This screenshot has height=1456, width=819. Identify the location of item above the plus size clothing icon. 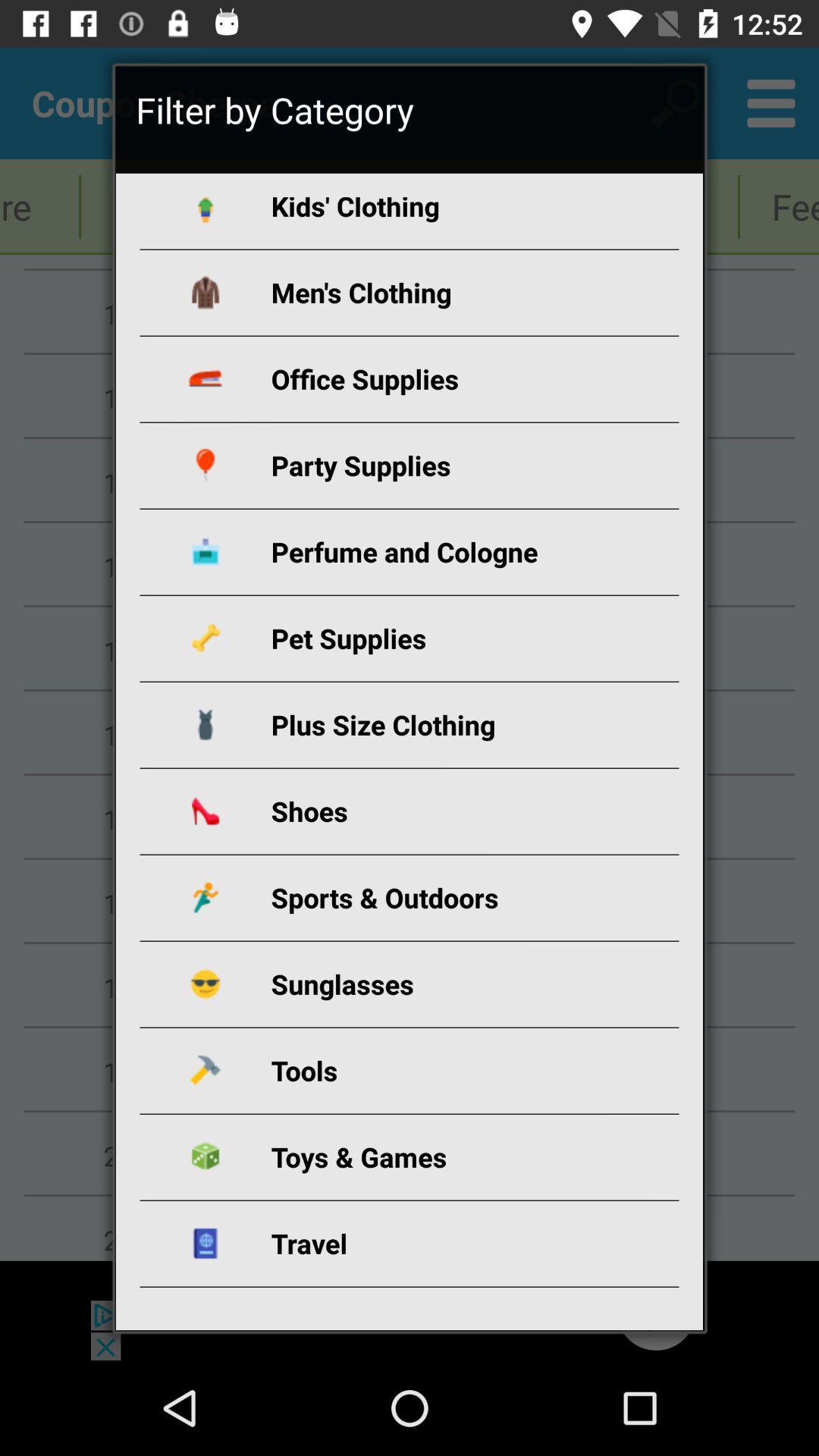
(427, 638).